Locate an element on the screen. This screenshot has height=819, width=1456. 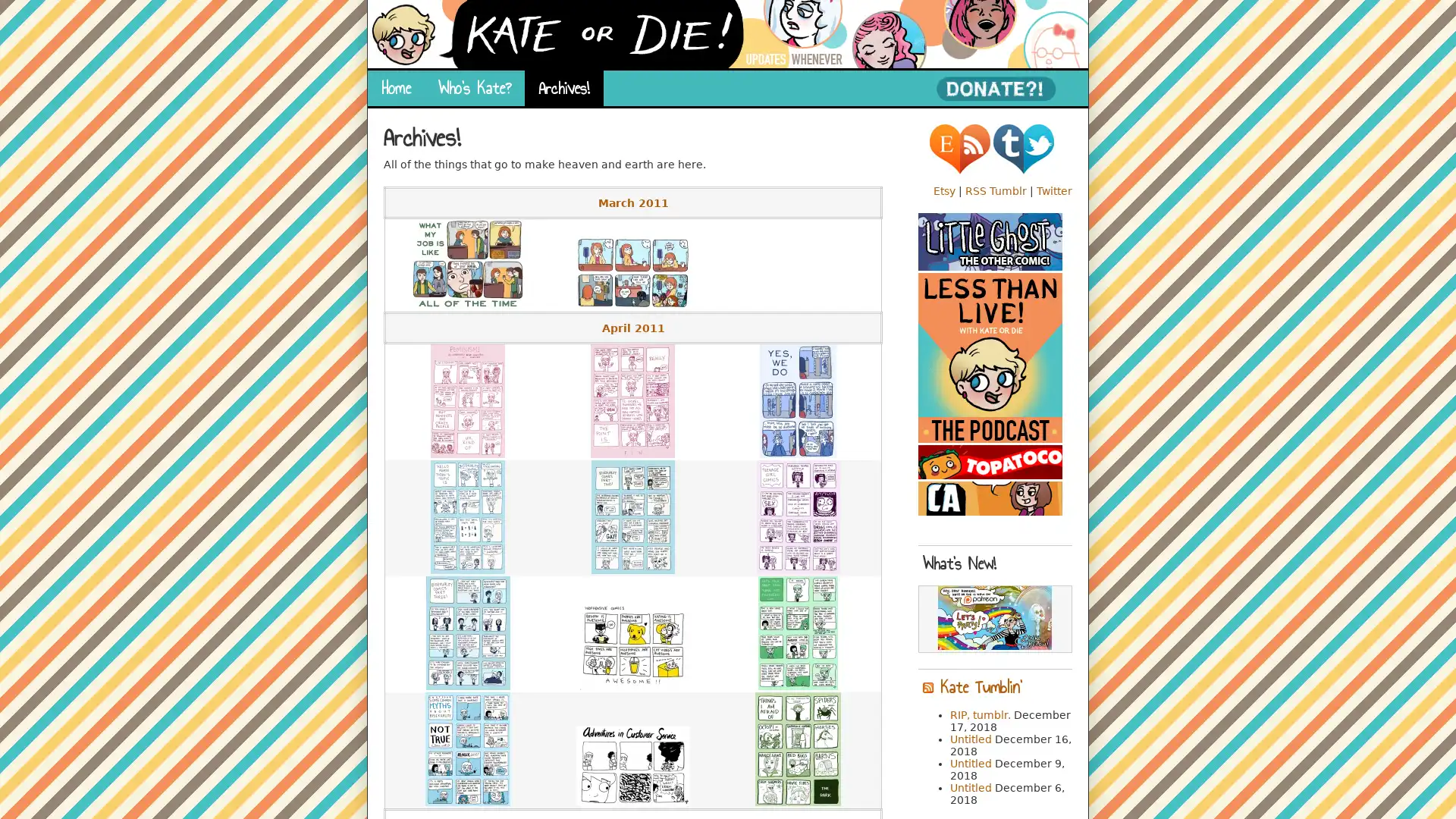
PayPal - The safer, easier way to pay online! is located at coordinates (995, 89).